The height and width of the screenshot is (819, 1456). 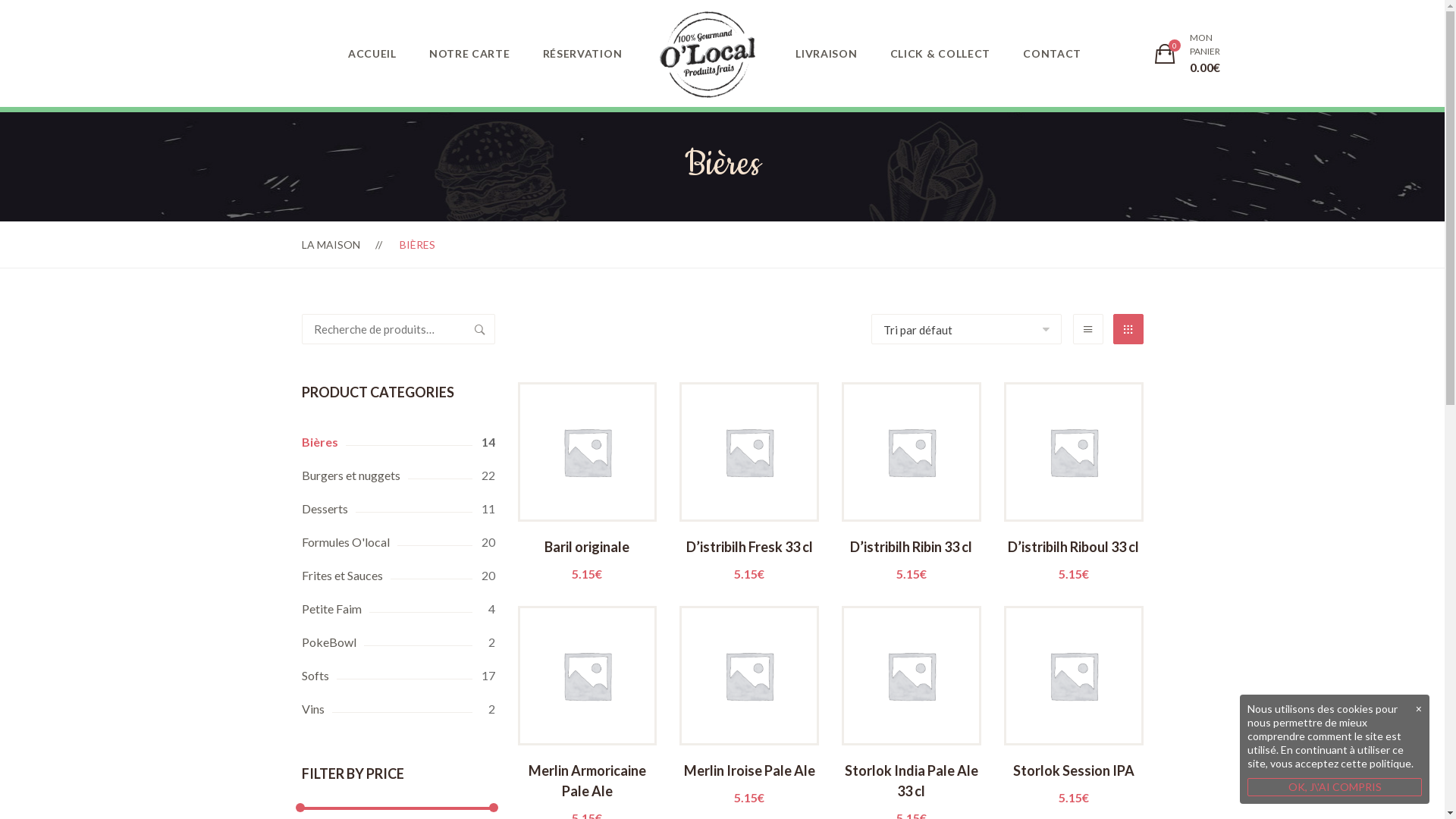 What do you see at coordinates (302, 607) in the screenshot?
I see `'Petite Faim'` at bounding box center [302, 607].